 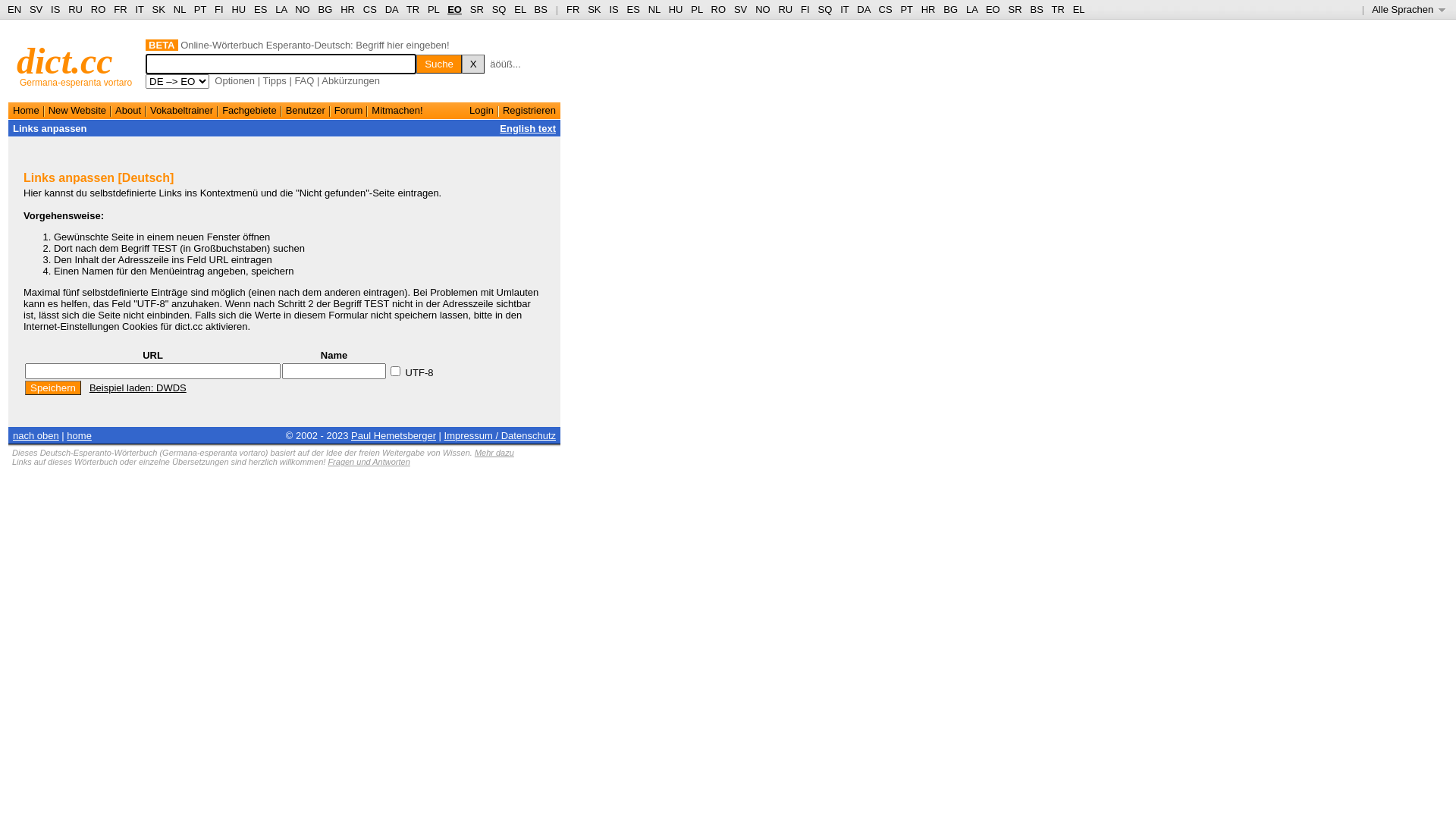 I want to click on 'DA', so click(x=863, y=9).